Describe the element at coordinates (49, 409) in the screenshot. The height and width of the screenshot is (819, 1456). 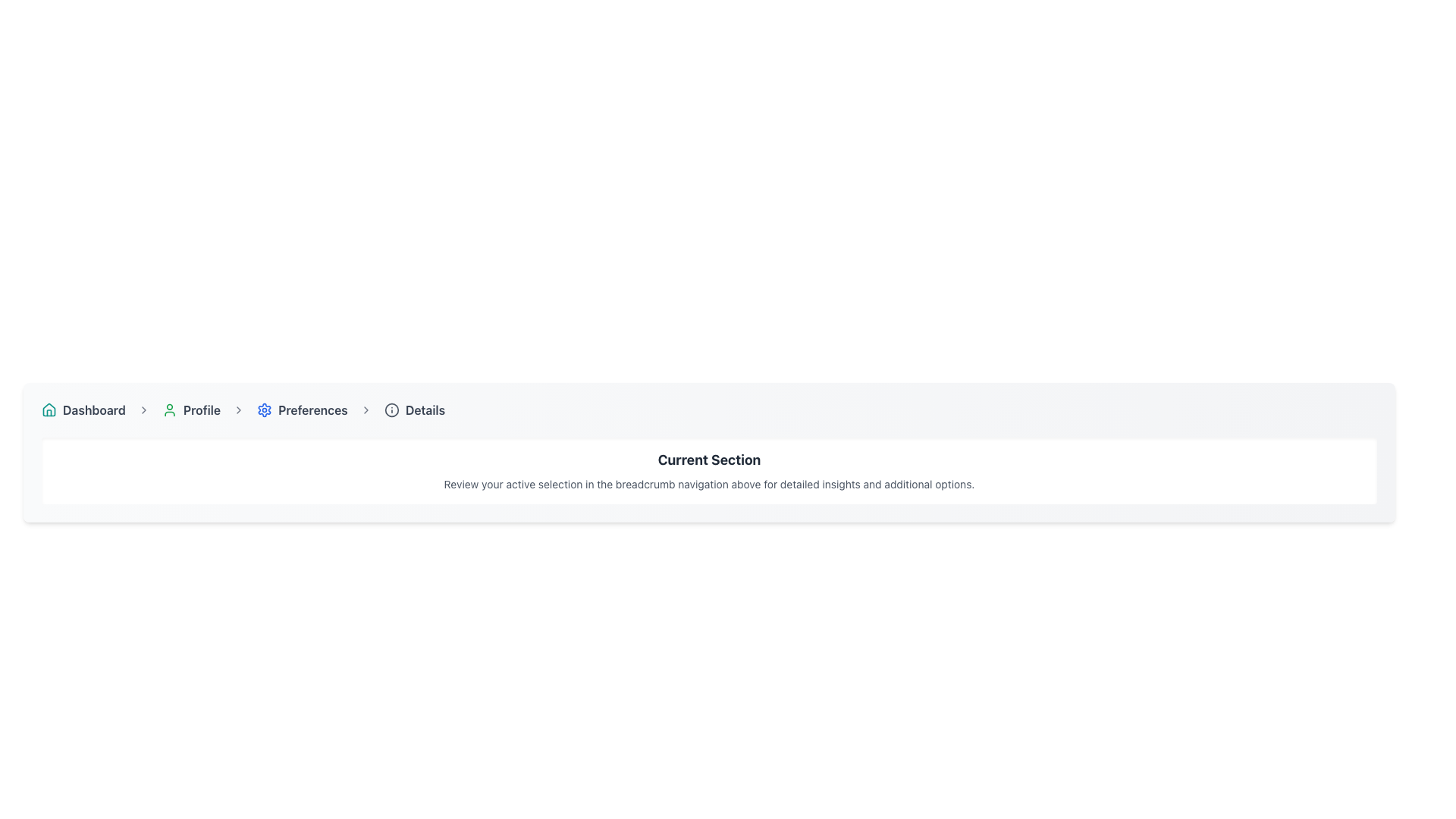
I see `the house-shaped teal icon located at the top-left corner of the breadcrumb navigation bar, before the text 'Dashboard'` at that location.